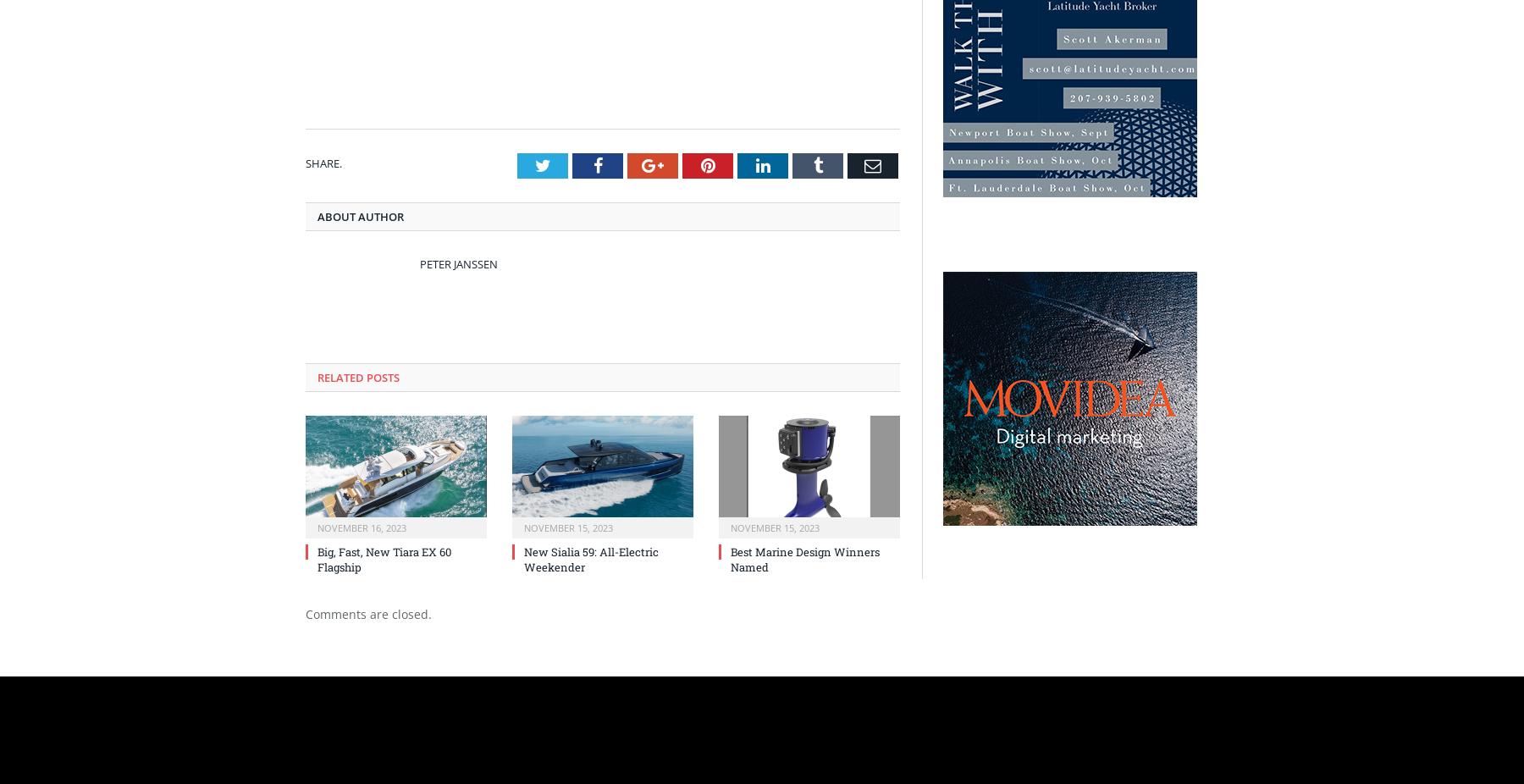 Image resolution: width=1524 pixels, height=784 pixels. What do you see at coordinates (361, 217) in the screenshot?
I see `'About Author'` at bounding box center [361, 217].